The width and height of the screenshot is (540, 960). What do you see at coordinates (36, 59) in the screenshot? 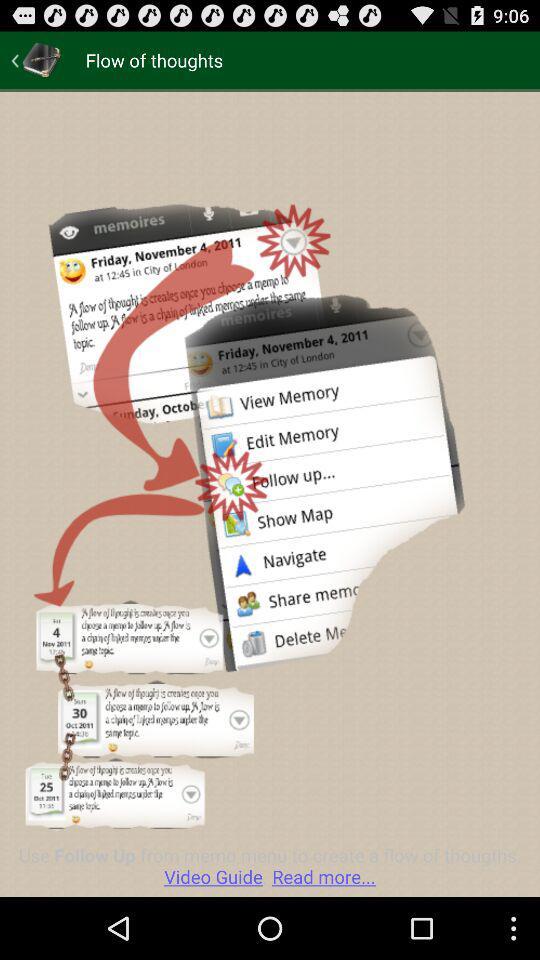
I see `go back` at bounding box center [36, 59].